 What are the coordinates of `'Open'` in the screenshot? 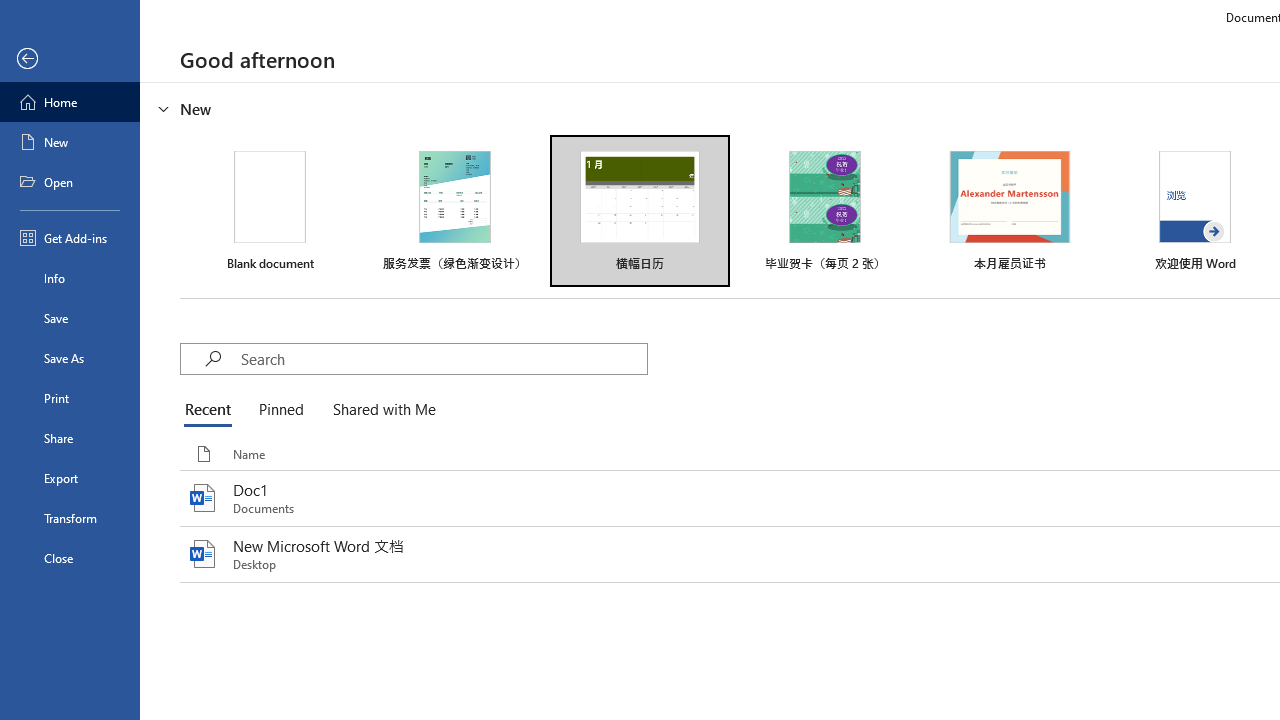 It's located at (69, 182).